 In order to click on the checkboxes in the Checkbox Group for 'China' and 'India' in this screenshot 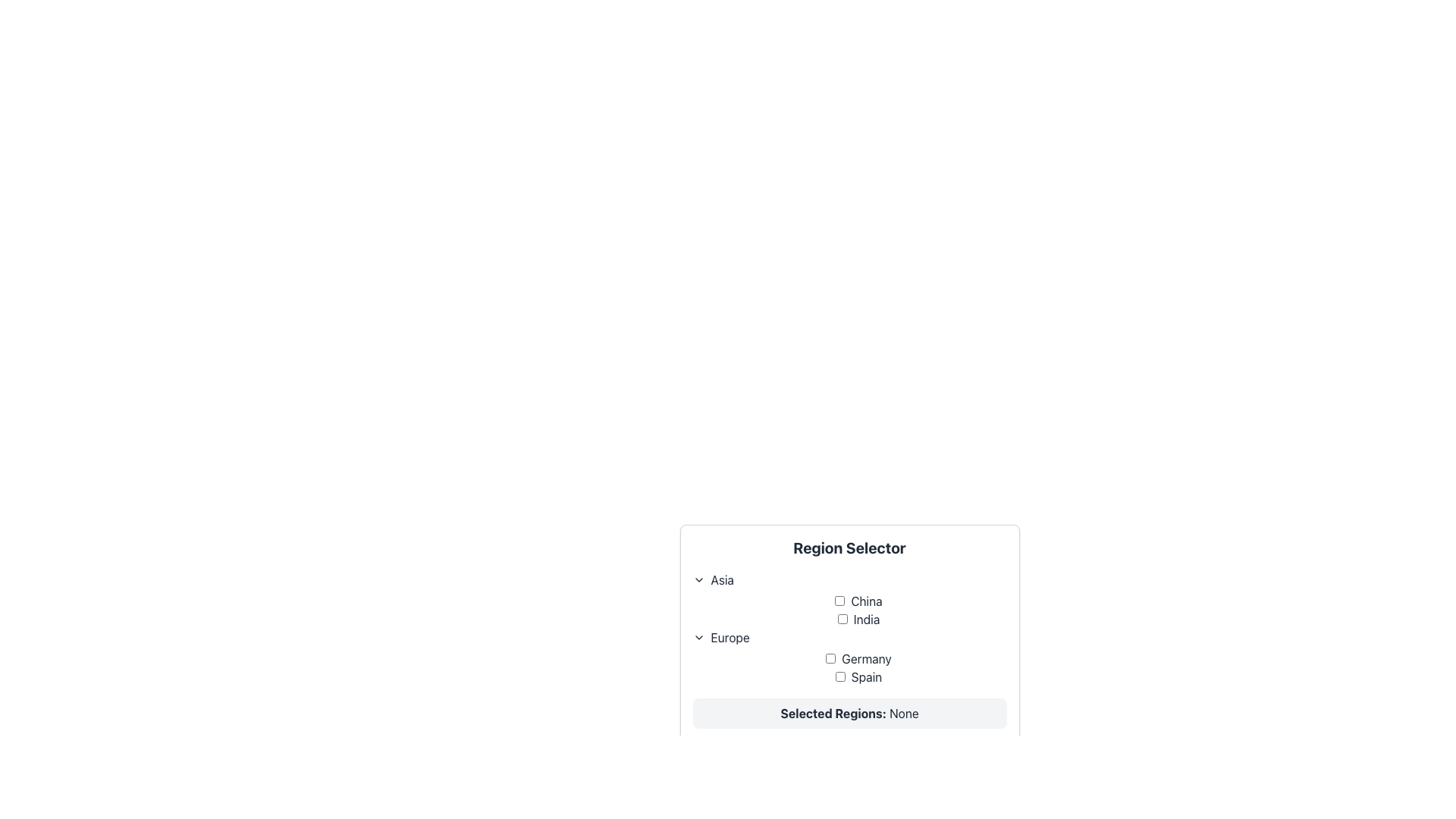, I will do `click(849, 610)`.